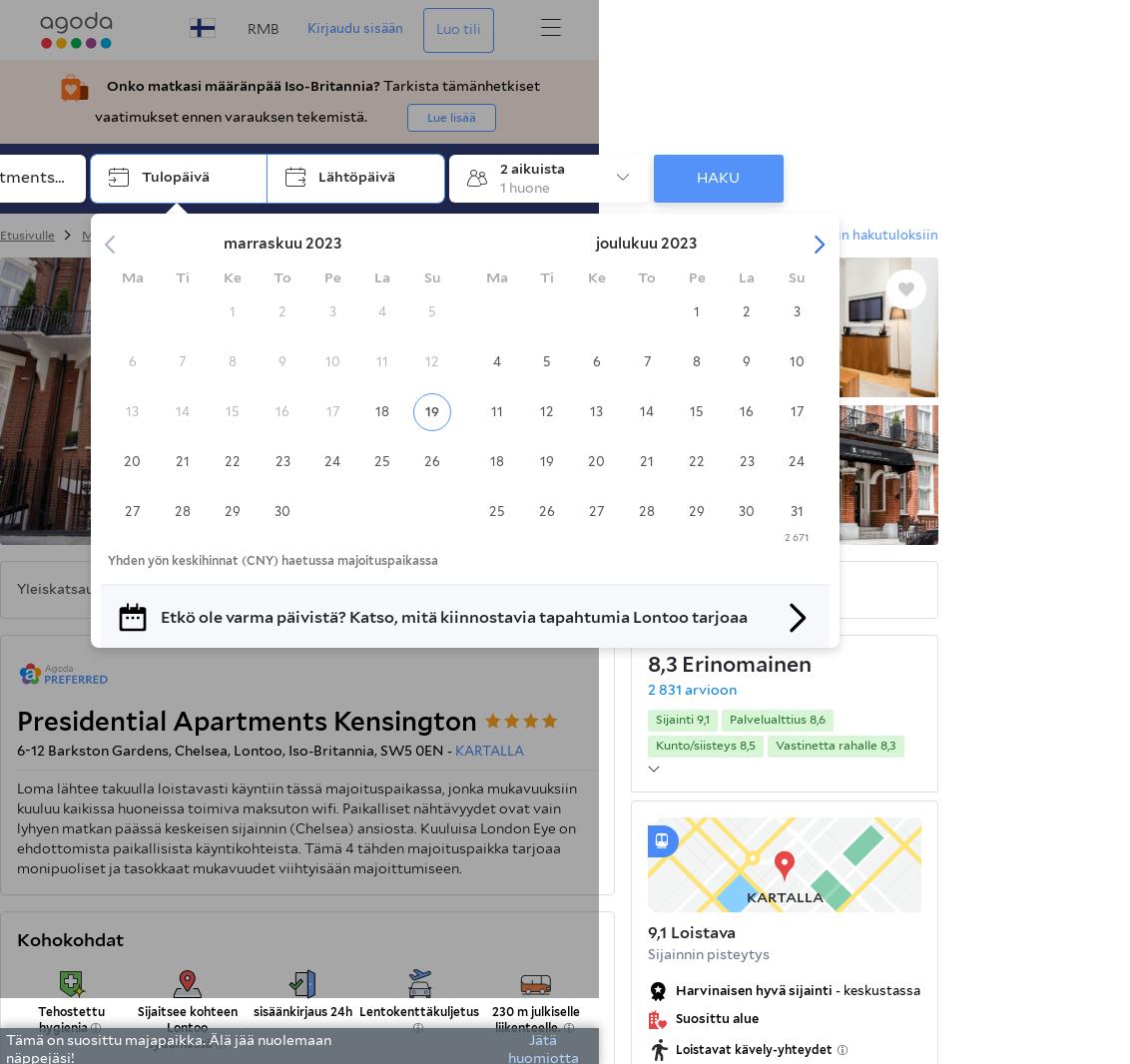 The width and height of the screenshot is (1130, 1064). What do you see at coordinates (531, 167) in the screenshot?
I see `'2 aikuista'` at bounding box center [531, 167].